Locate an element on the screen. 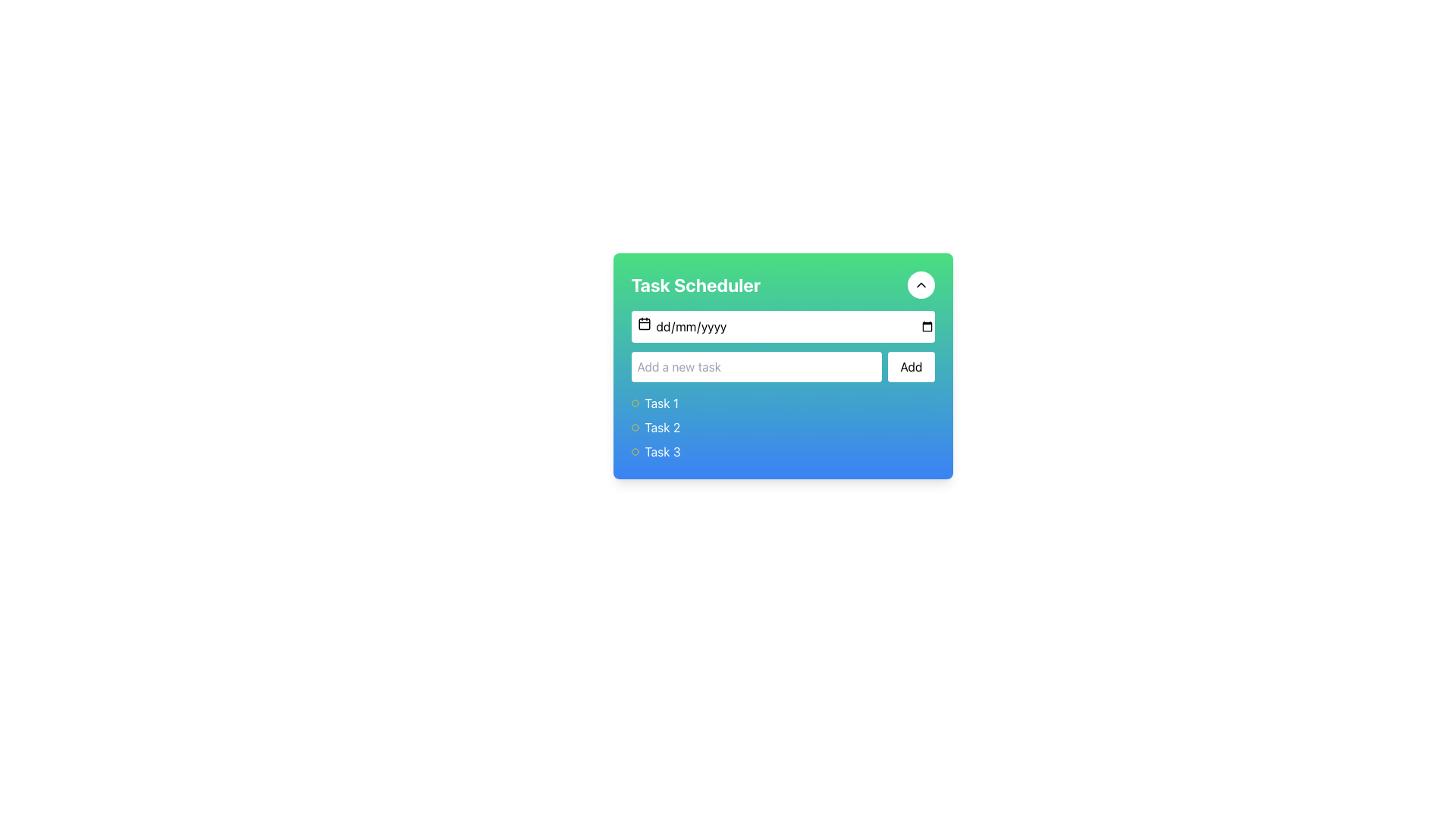 This screenshot has width=1456, height=819. the static text label representing the second task in the task list, located below the 'Task Scheduler' header is located at coordinates (662, 427).